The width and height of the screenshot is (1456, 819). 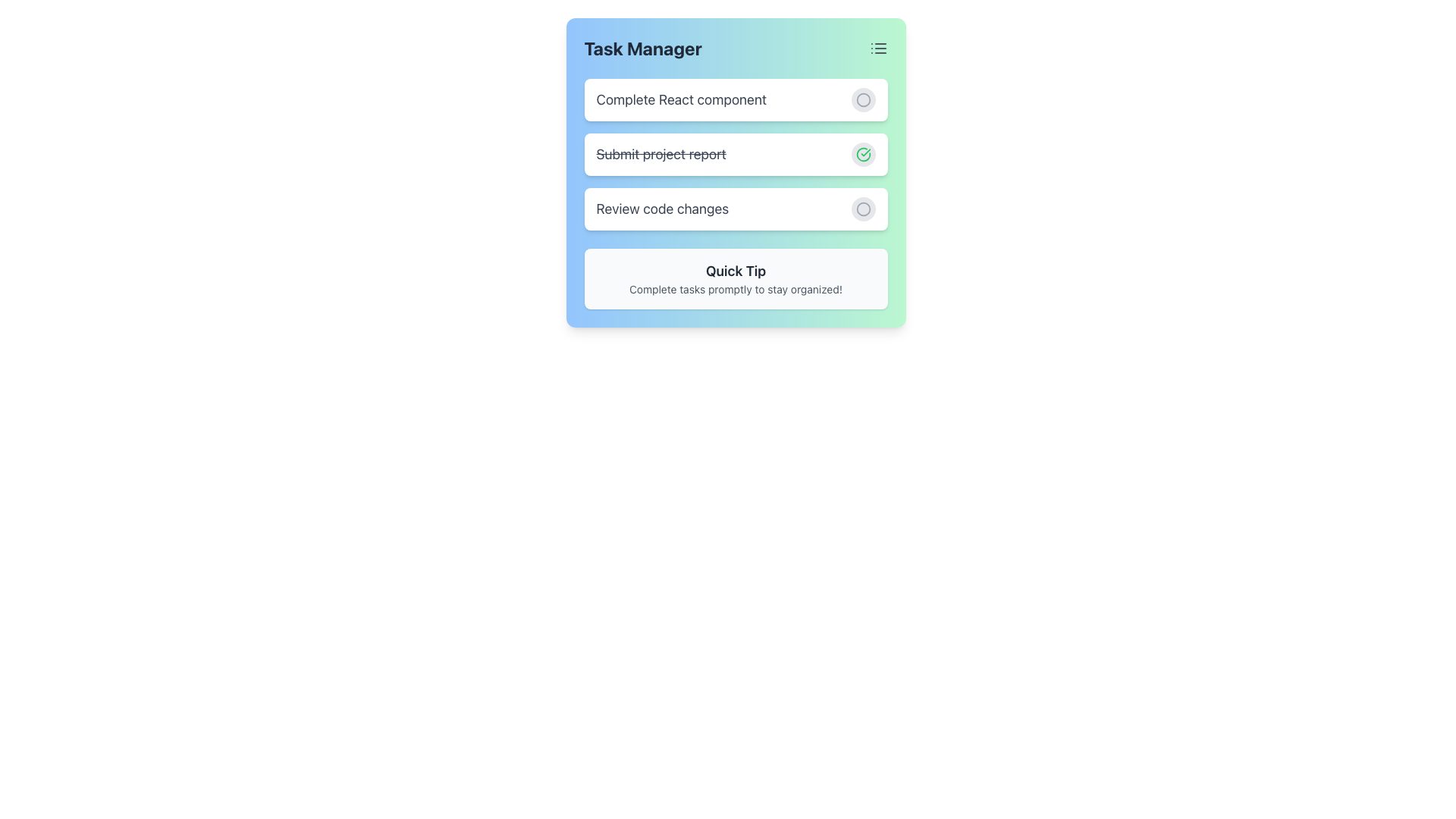 I want to click on the circular button with a gray background that changes to light green when hovered over, which contains a green checkmark icon, located to the right of the strikethrough text 'Submit project report', so click(x=863, y=155).